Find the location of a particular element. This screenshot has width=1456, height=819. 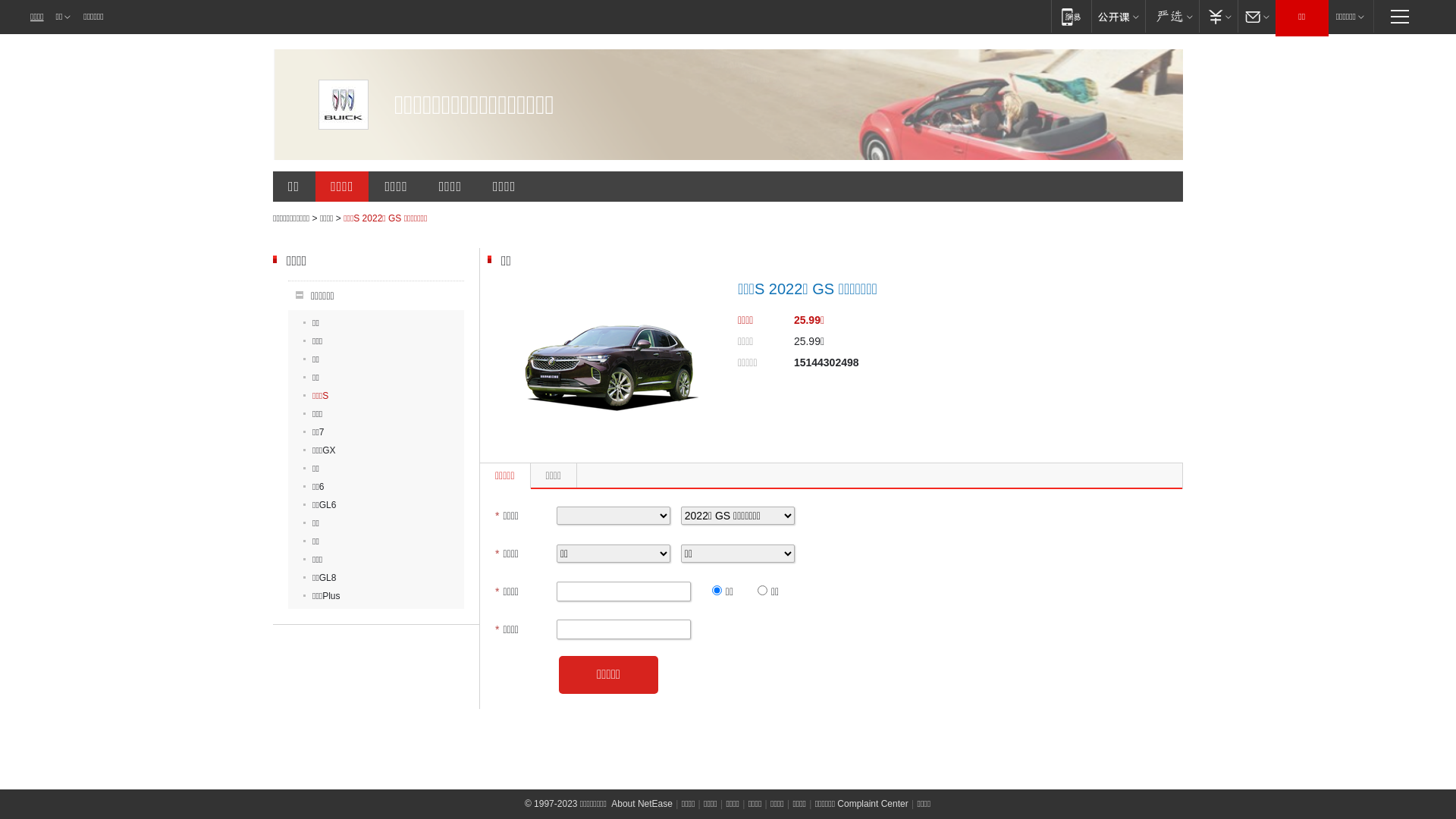

'About NetEase' is located at coordinates (610, 803).